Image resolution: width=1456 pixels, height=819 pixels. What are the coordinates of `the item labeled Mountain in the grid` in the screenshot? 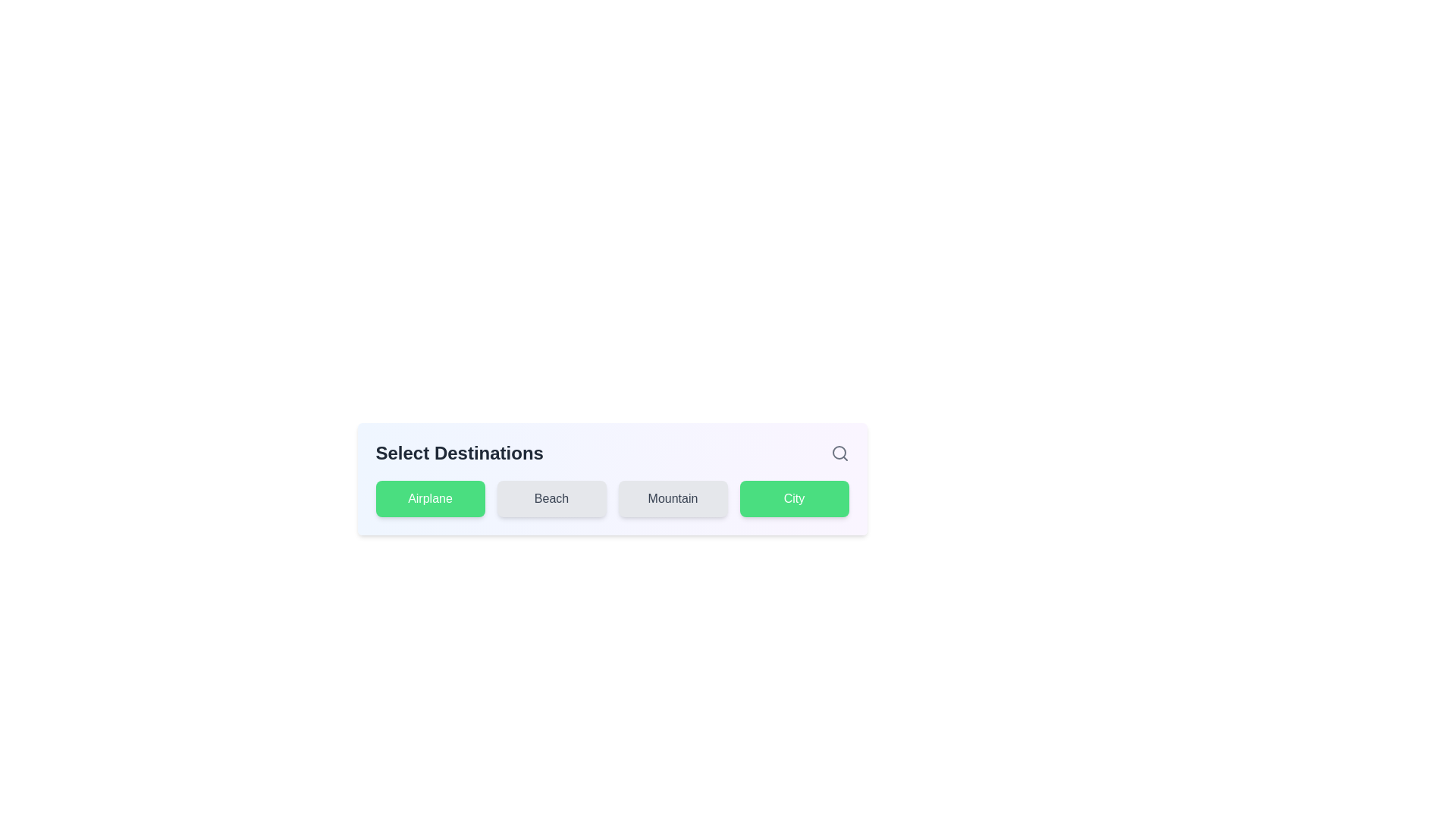 It's located at (672, 499).